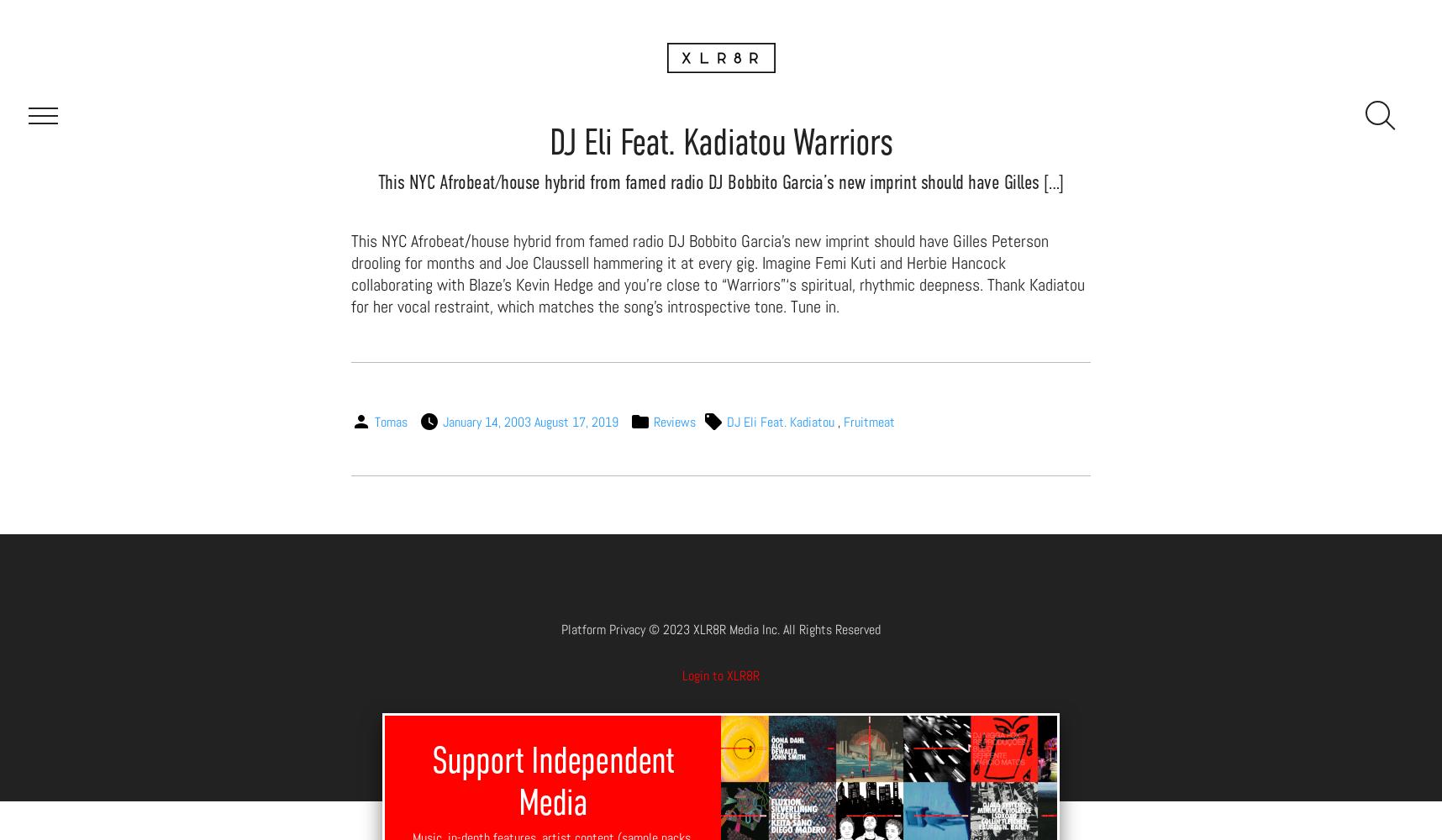 This screenshot has height=840, width=1442. What do you see at coordinates (721, 373) in the screenshot?
I see `'Downloads'` at bounding box center [721, 373].